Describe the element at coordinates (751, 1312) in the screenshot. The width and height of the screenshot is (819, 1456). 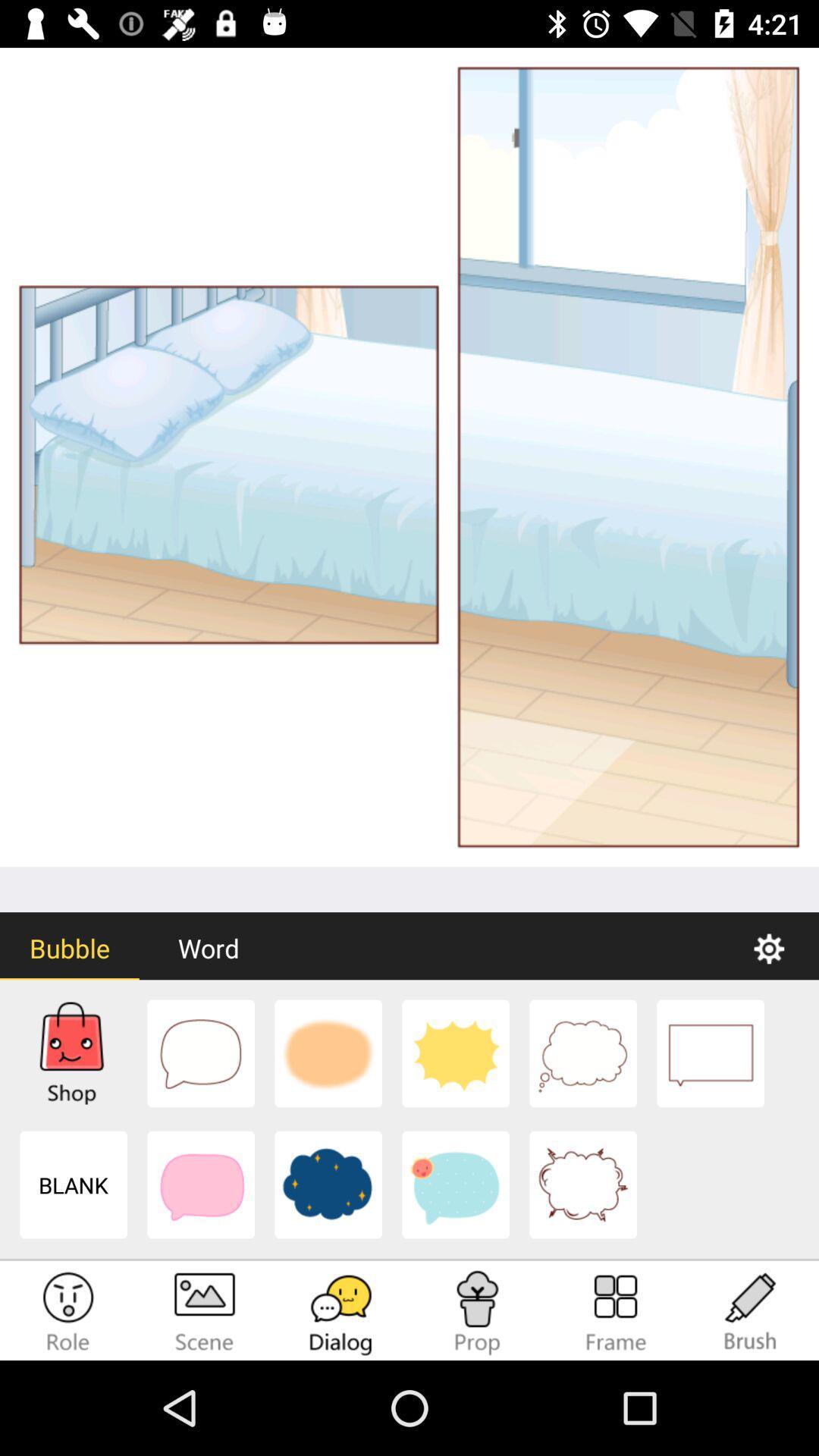
I see `the edit icon` at that location.